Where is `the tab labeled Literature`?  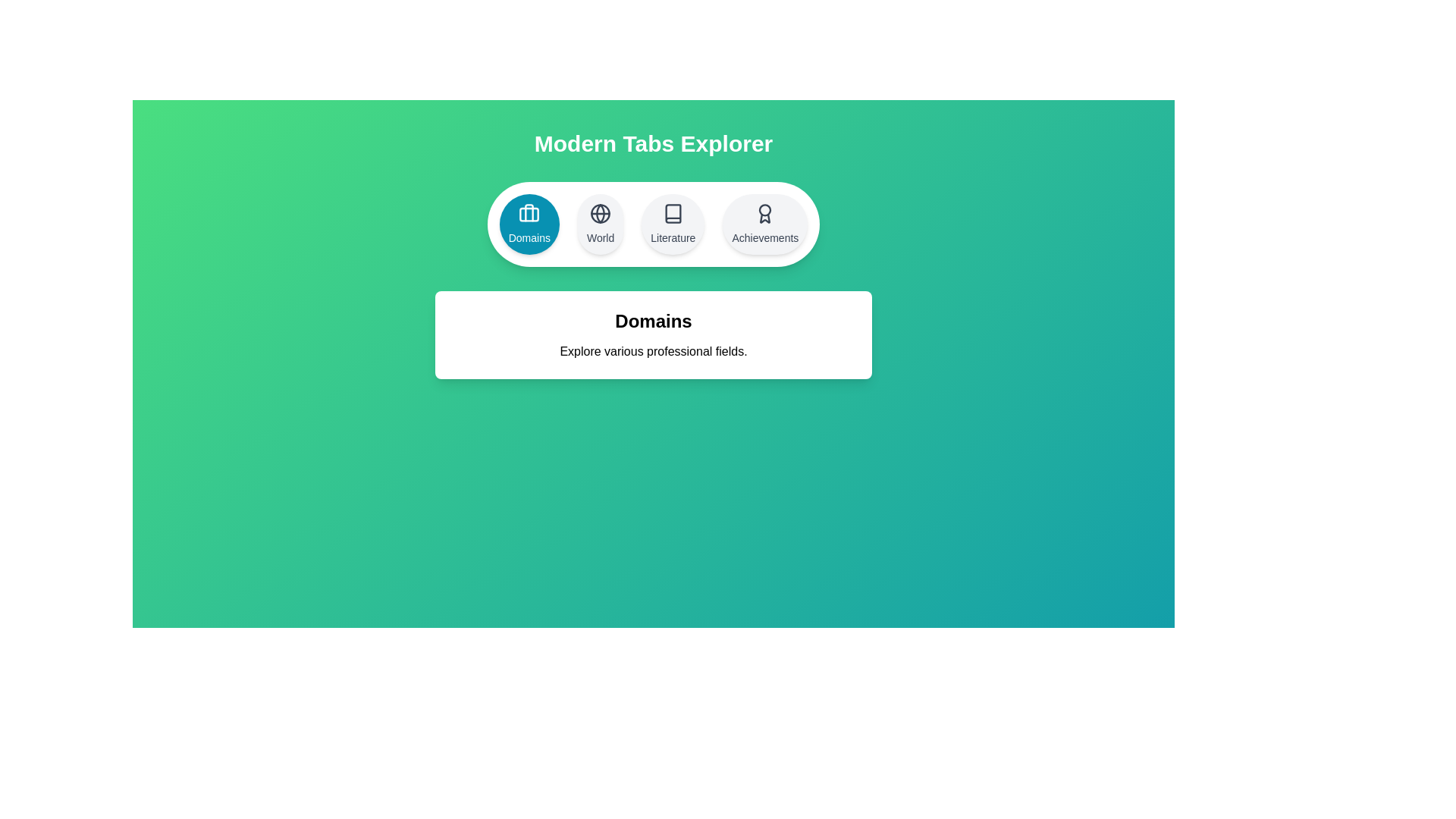
the tab labeled Literature is located at coordinates (673, 224).